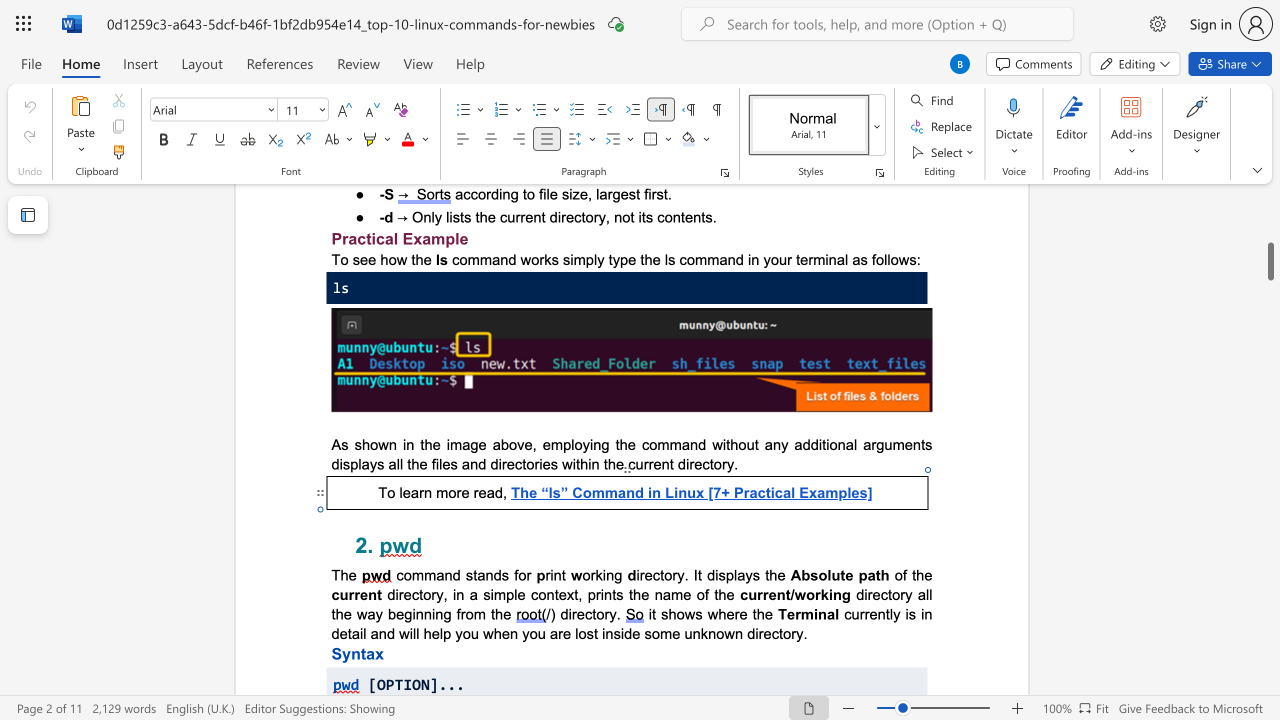 The height and width of the screenshot is (720, 1280). What do you see at coordinates (503, 193) in the screenshot?
I see `the space between the continuous character "i" and "n" in the text` at bounding box center [503, 193].